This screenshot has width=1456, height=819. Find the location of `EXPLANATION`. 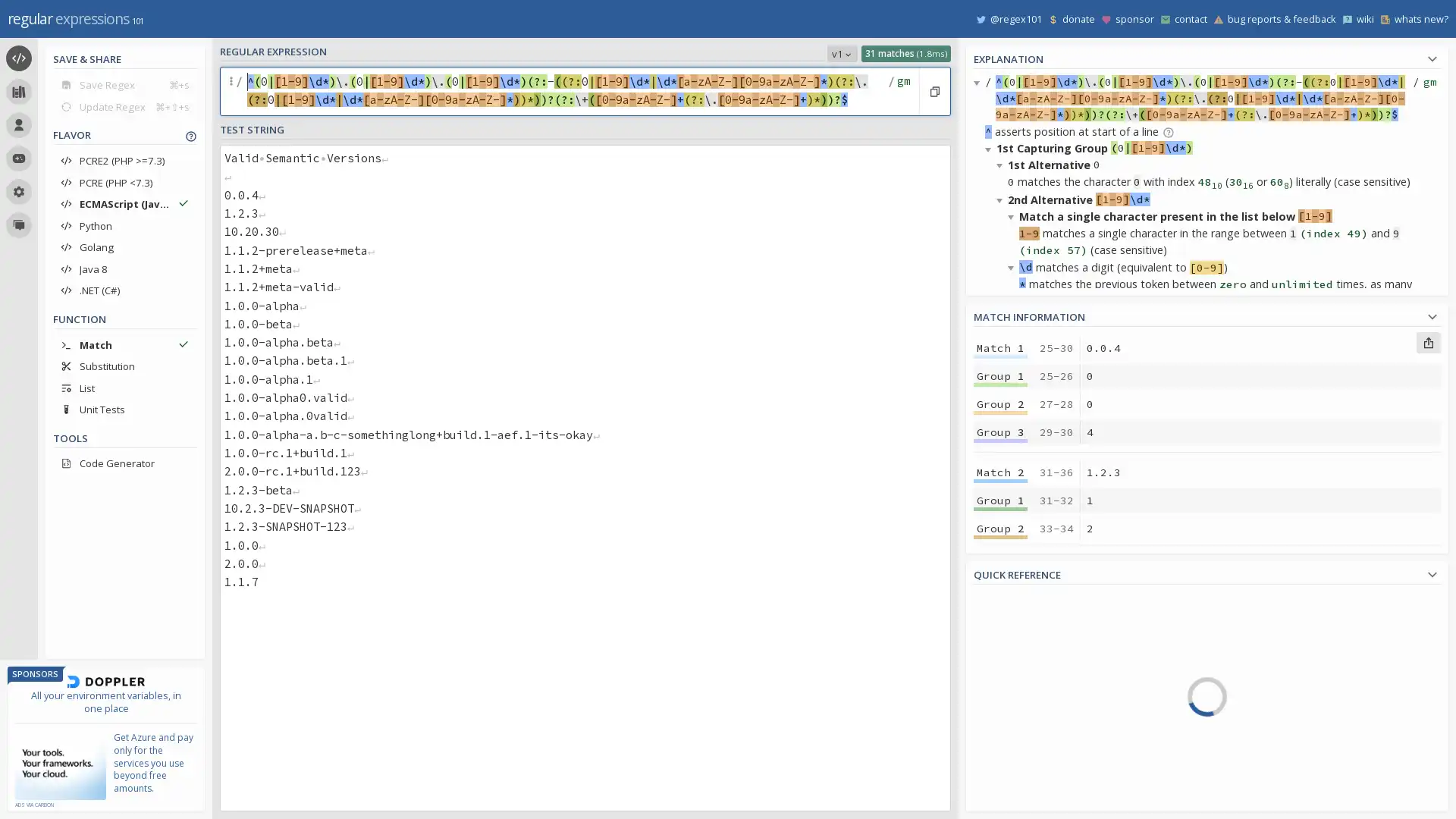

EXPLANATION is located at coordinates (1207, 56).